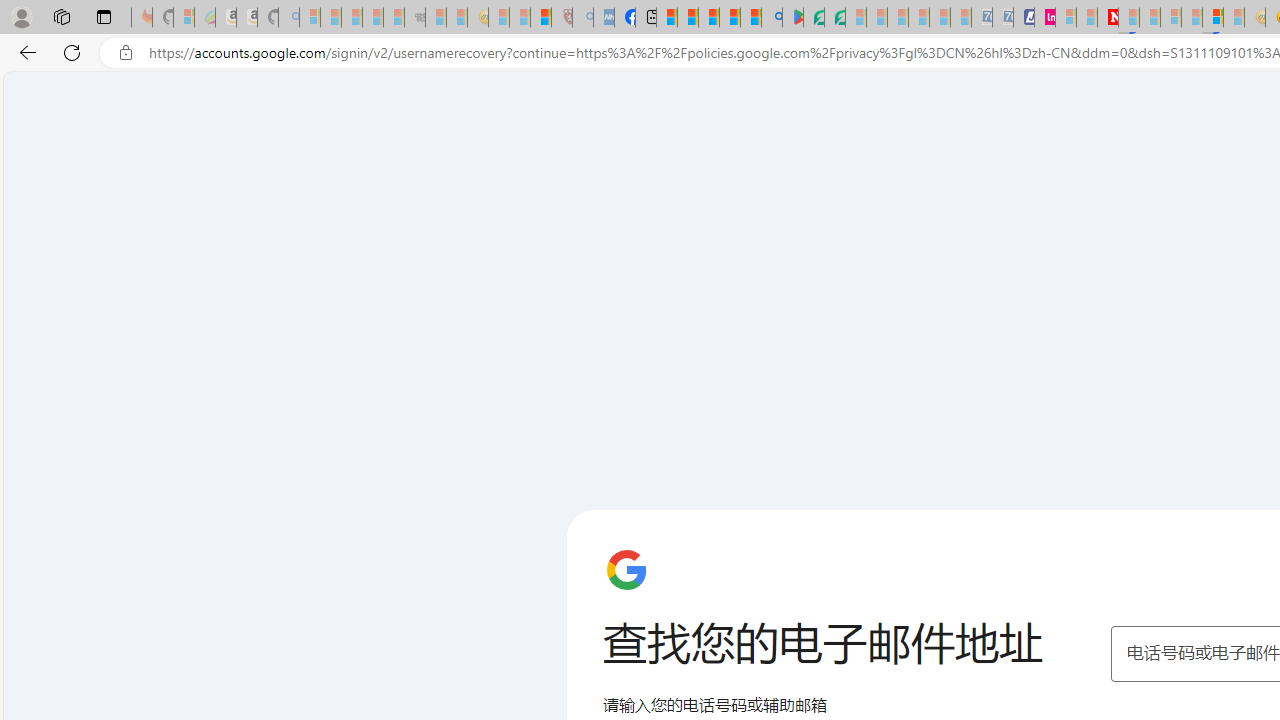 The image size is (1280, 720). Describe the element at coordinates (1002, 17) in the screenshot. I see `'Cheap Hotels - Save70.com - Sleeping'` at that location.